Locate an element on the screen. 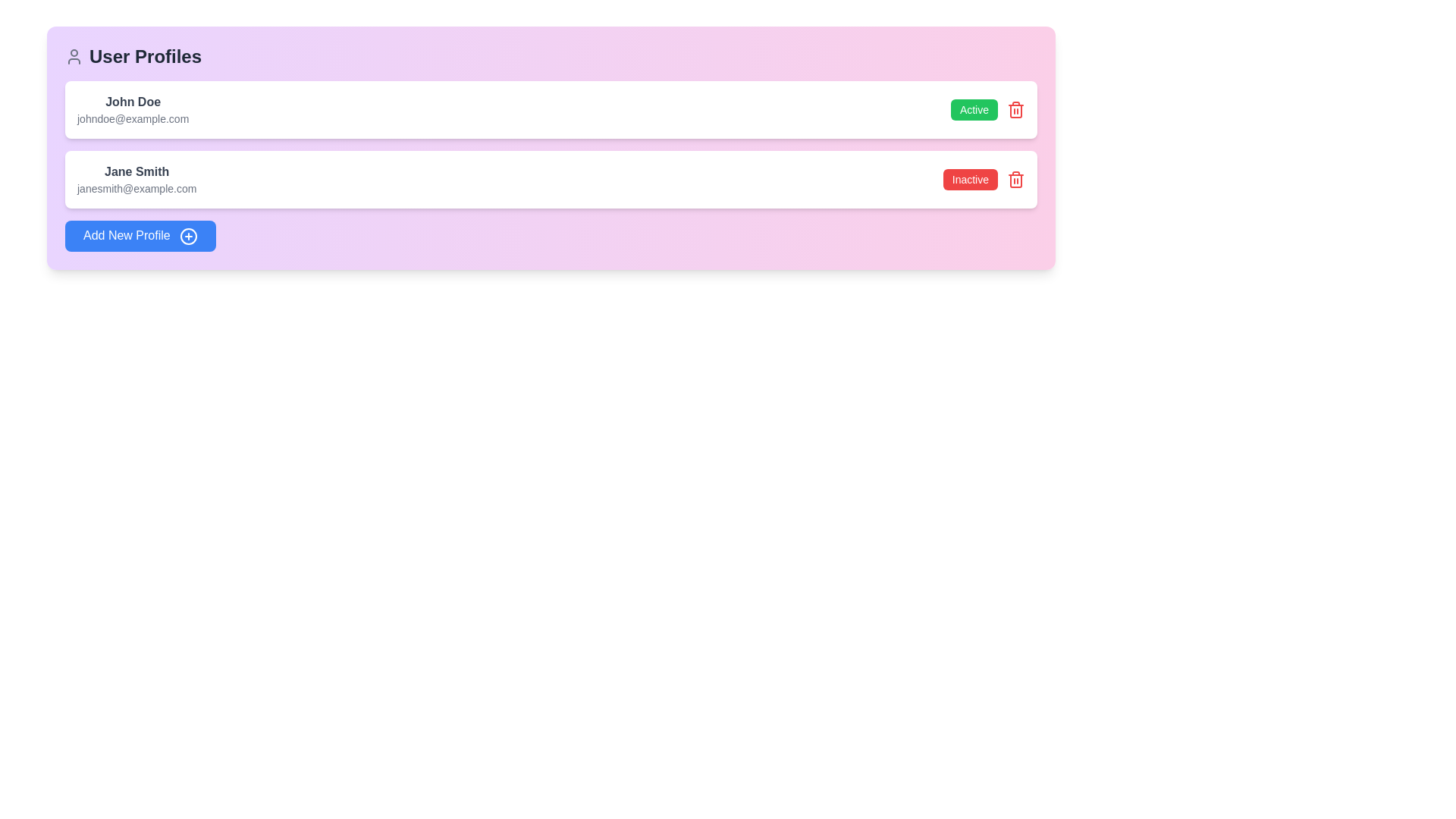 The image size is (1456, 819). the circular icon with a plus sign at its center, which is located inside the blue button labeled 'Add New Profile' on its right side is located at coordinates (188, 236).